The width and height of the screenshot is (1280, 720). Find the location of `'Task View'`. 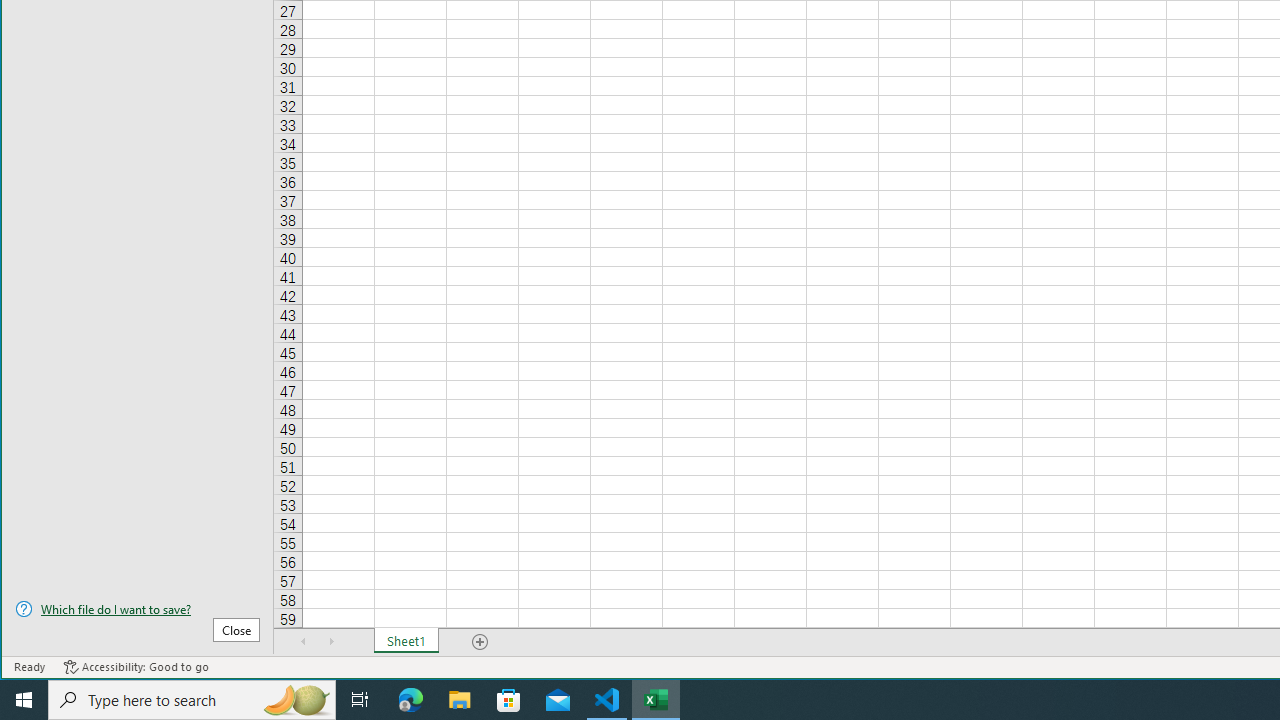

'Task View' is located at coordinates (359, 698).